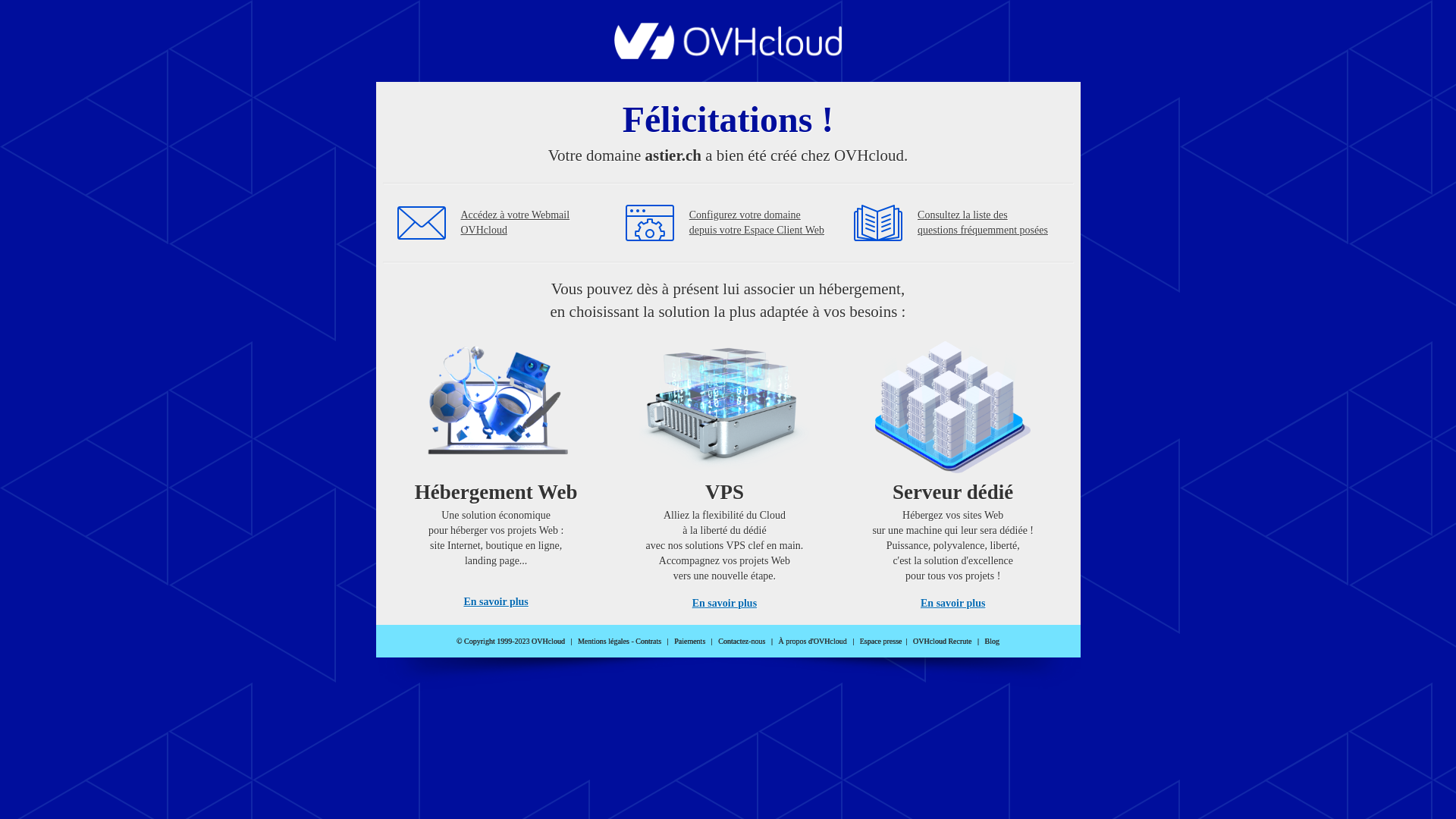 This screenshot has height=819, width=1456. What do you see at coordinates (757, 222) in the screenshot?
I see `'Configurez votre domaine` at bounding box center [757, 222].